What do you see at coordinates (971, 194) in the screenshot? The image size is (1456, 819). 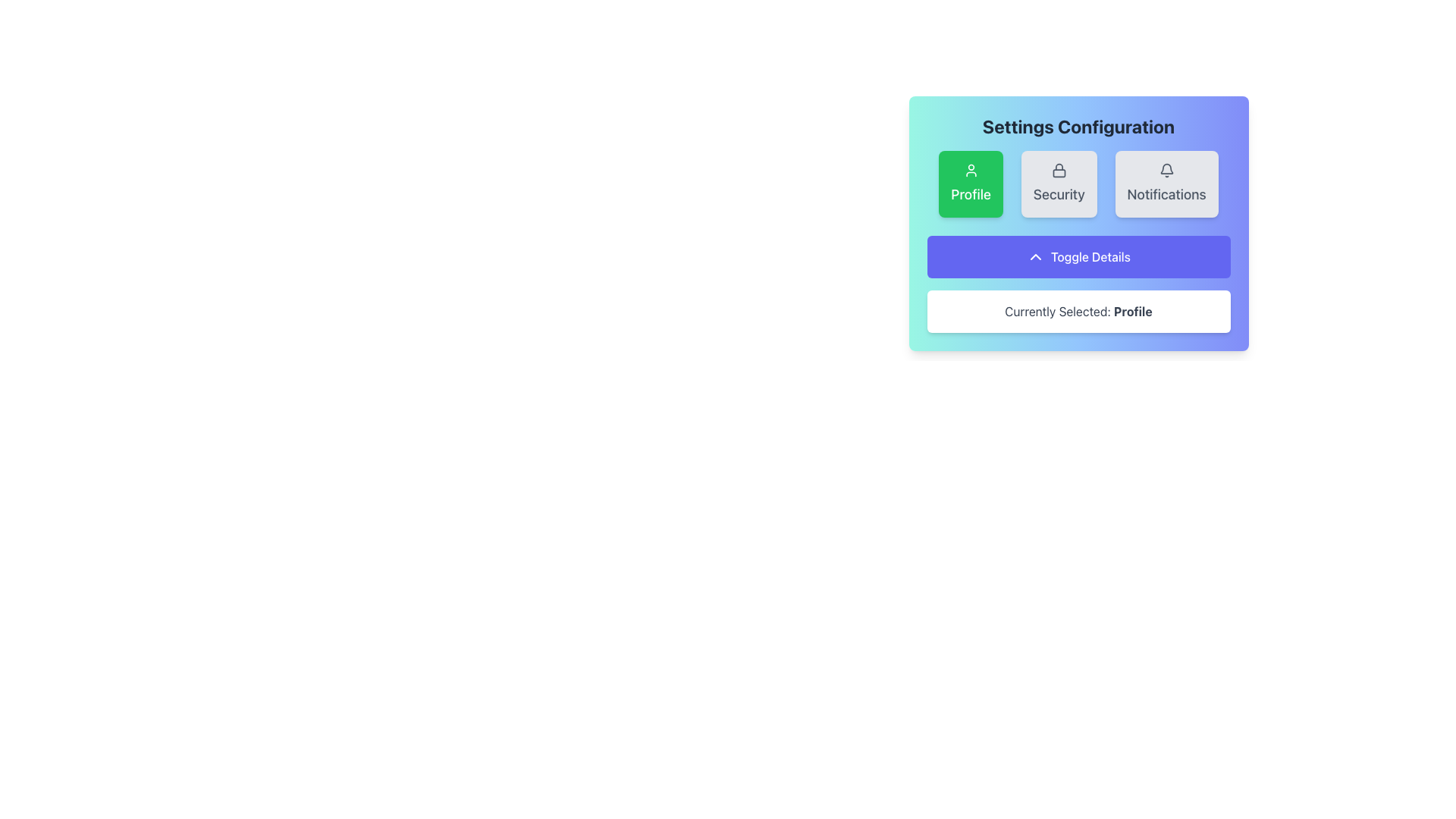 I see `the 'Profile' text label located at the bottom-center of the green button in the configuration menu` at bounding box center [971, 194].